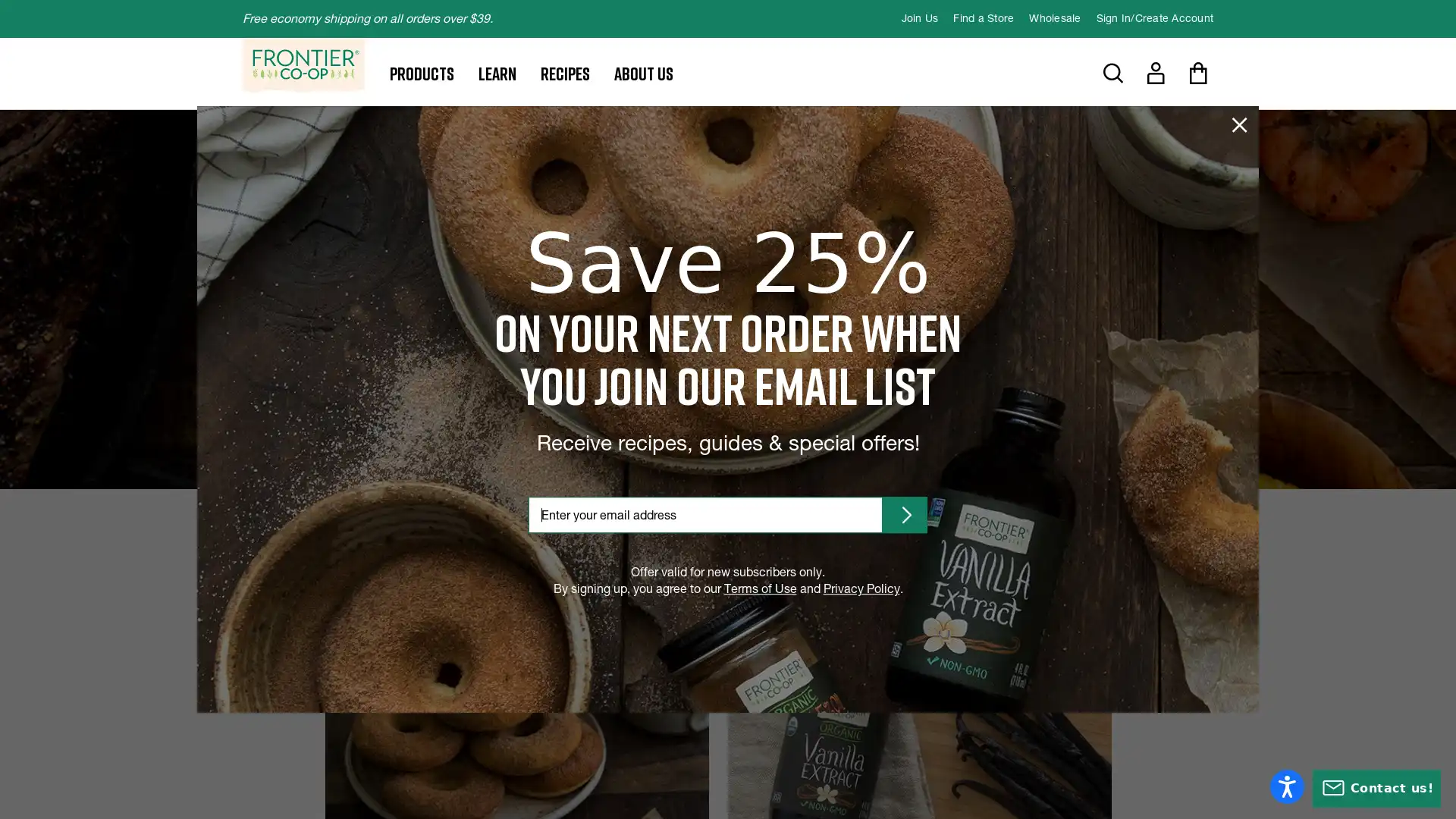  Describe the element at coordinates (1286, 786) in the screenshot. I see `Open accessibility options, statement and help` at that location.